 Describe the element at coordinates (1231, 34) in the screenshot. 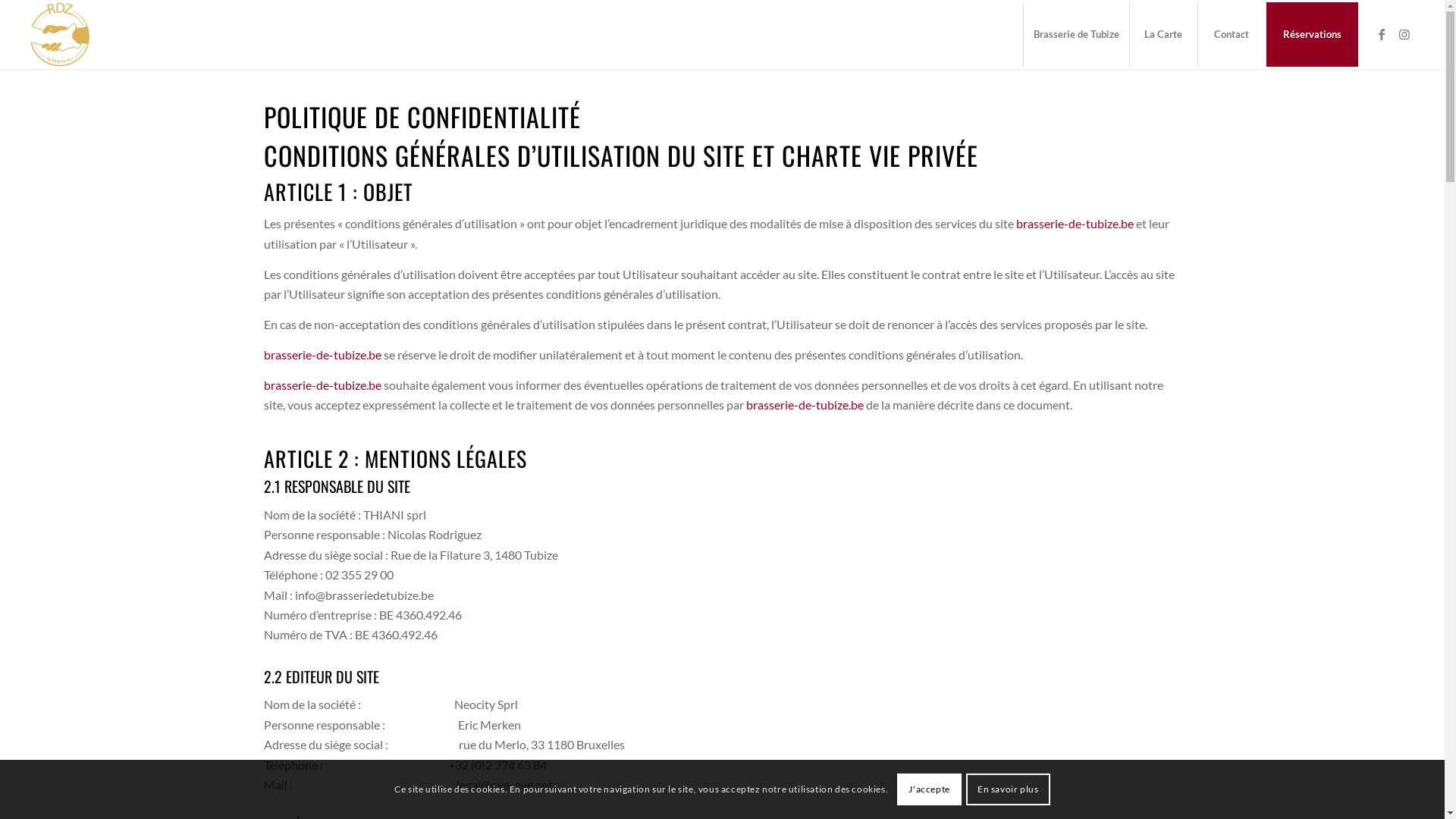

I see `'Contact'` at that location.